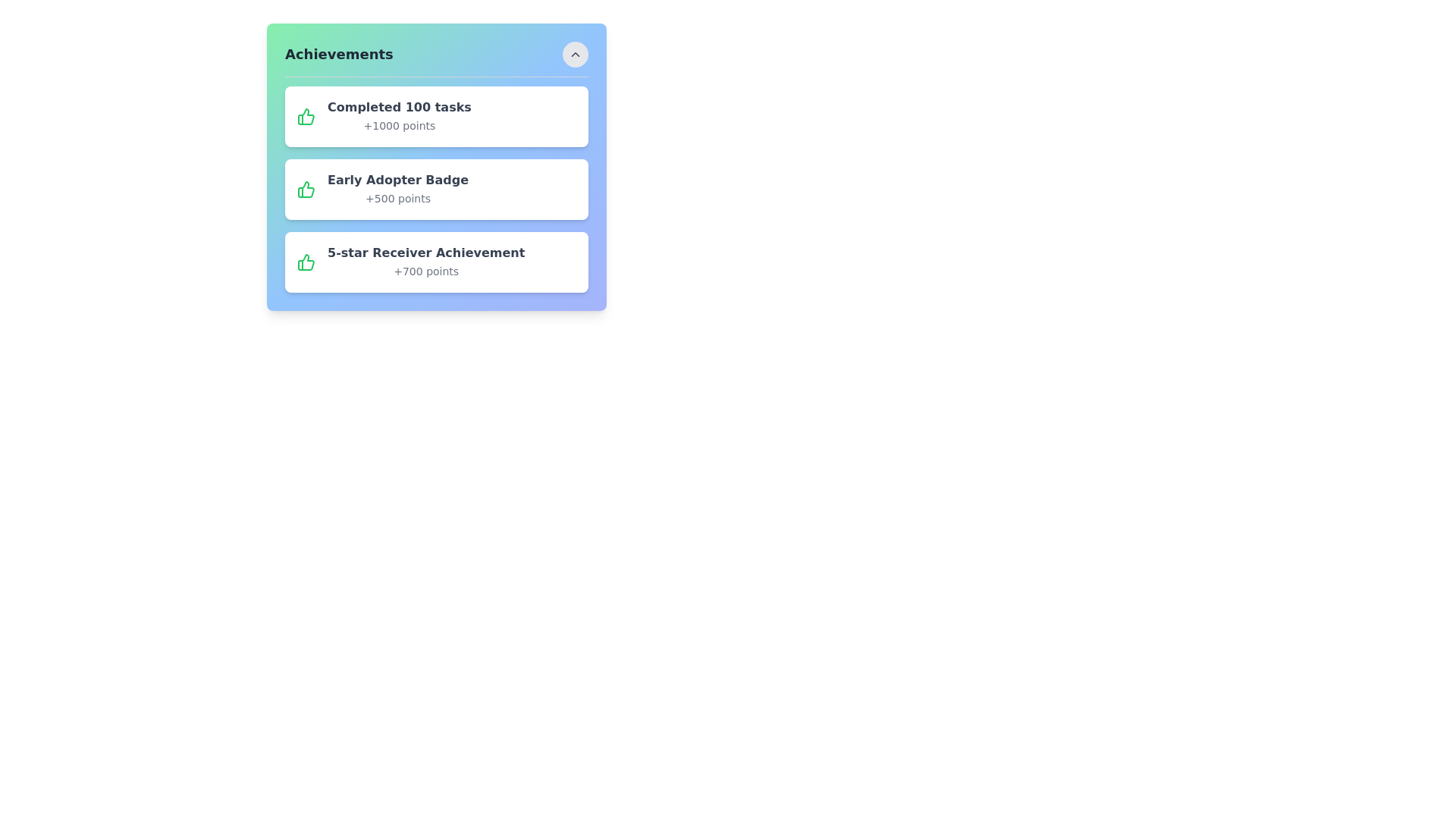 The height and width of the screenshot is (819, 1456). What do you see at coordinates (305, 116) in the screenshot?
I see `the thumbs-up icon with a green stroke next to the 'Early Adopter Badge' text in the vertical icon list` at bounding box center [305, 116].